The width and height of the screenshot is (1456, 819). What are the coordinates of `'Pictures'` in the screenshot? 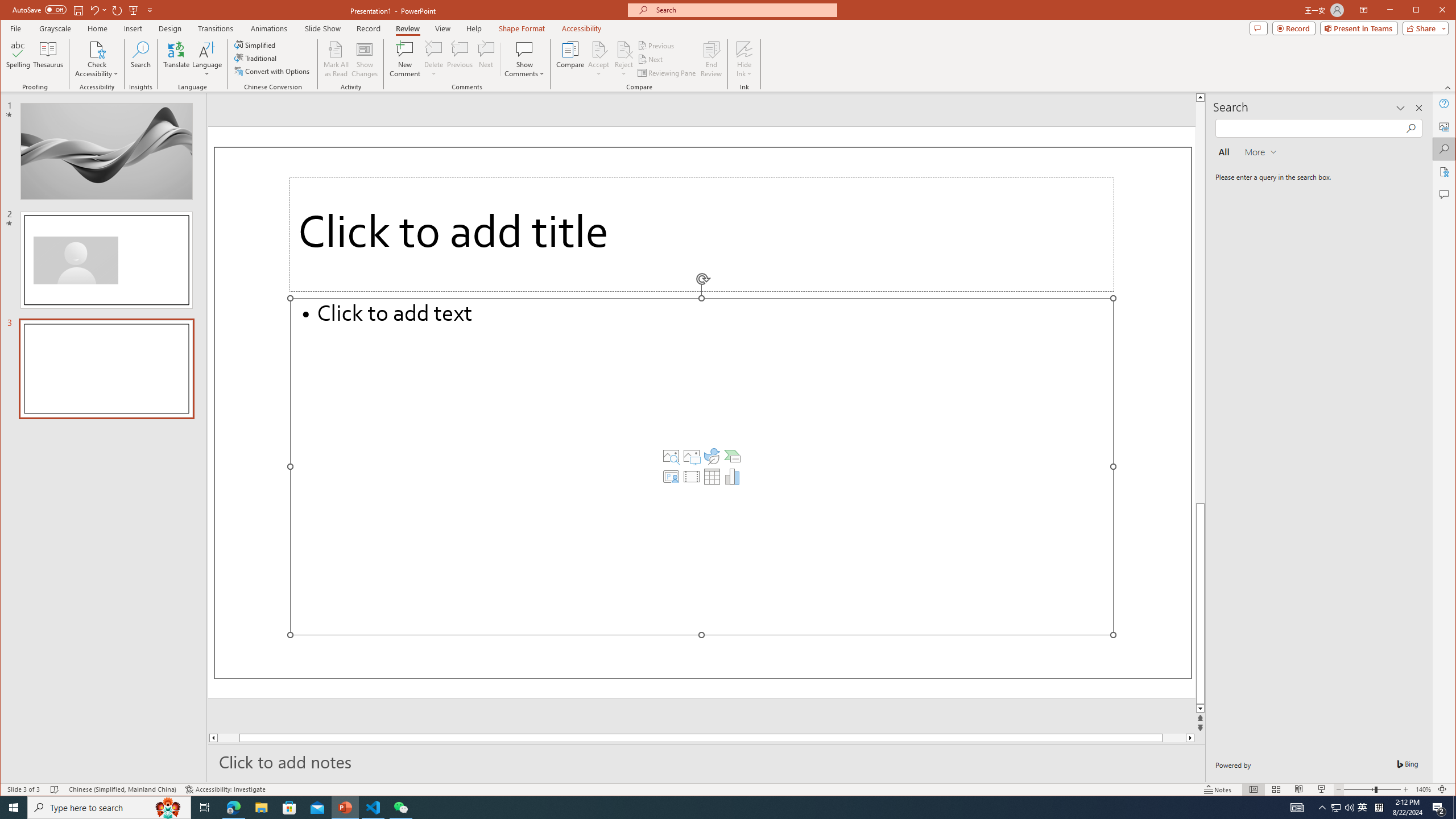 It's located at (691, 456).